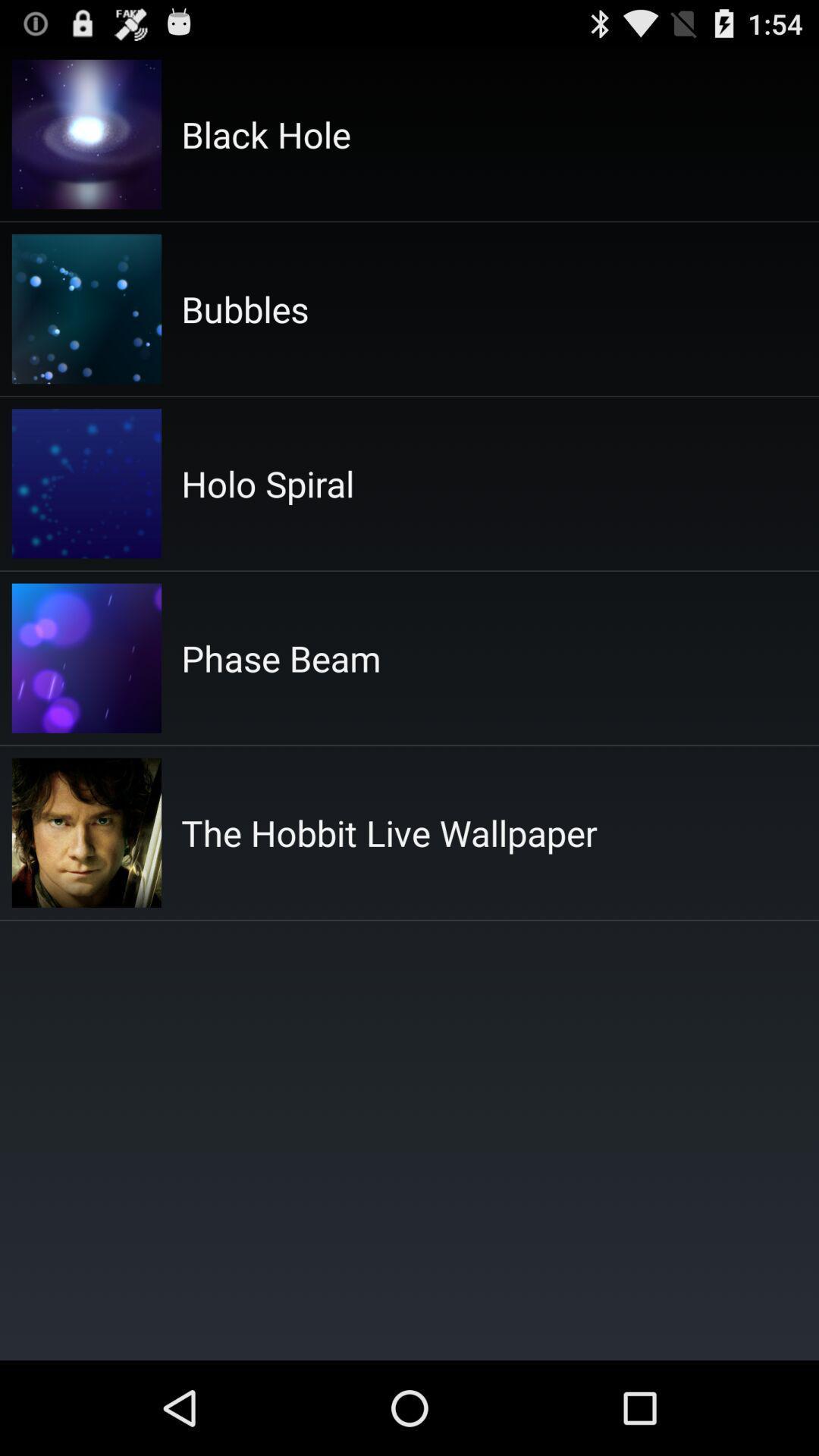  What do you see at coordinates (267, 482) in the screenshot?
I see `the item below the bubbles item` at bounding box center [267, 482].